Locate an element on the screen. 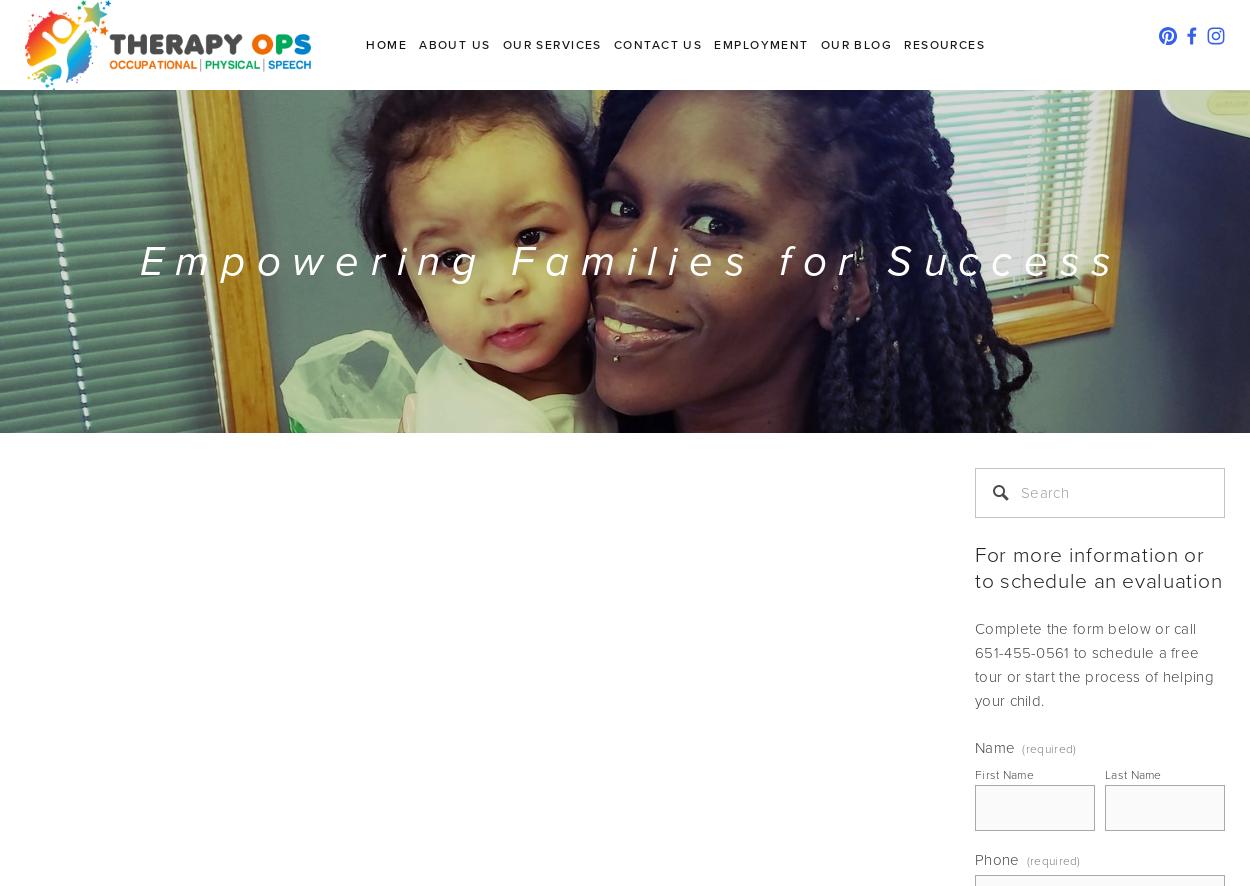 This screenshot has width=1250, height=886. 'Our Blog' is located at coordinates (855, 44).